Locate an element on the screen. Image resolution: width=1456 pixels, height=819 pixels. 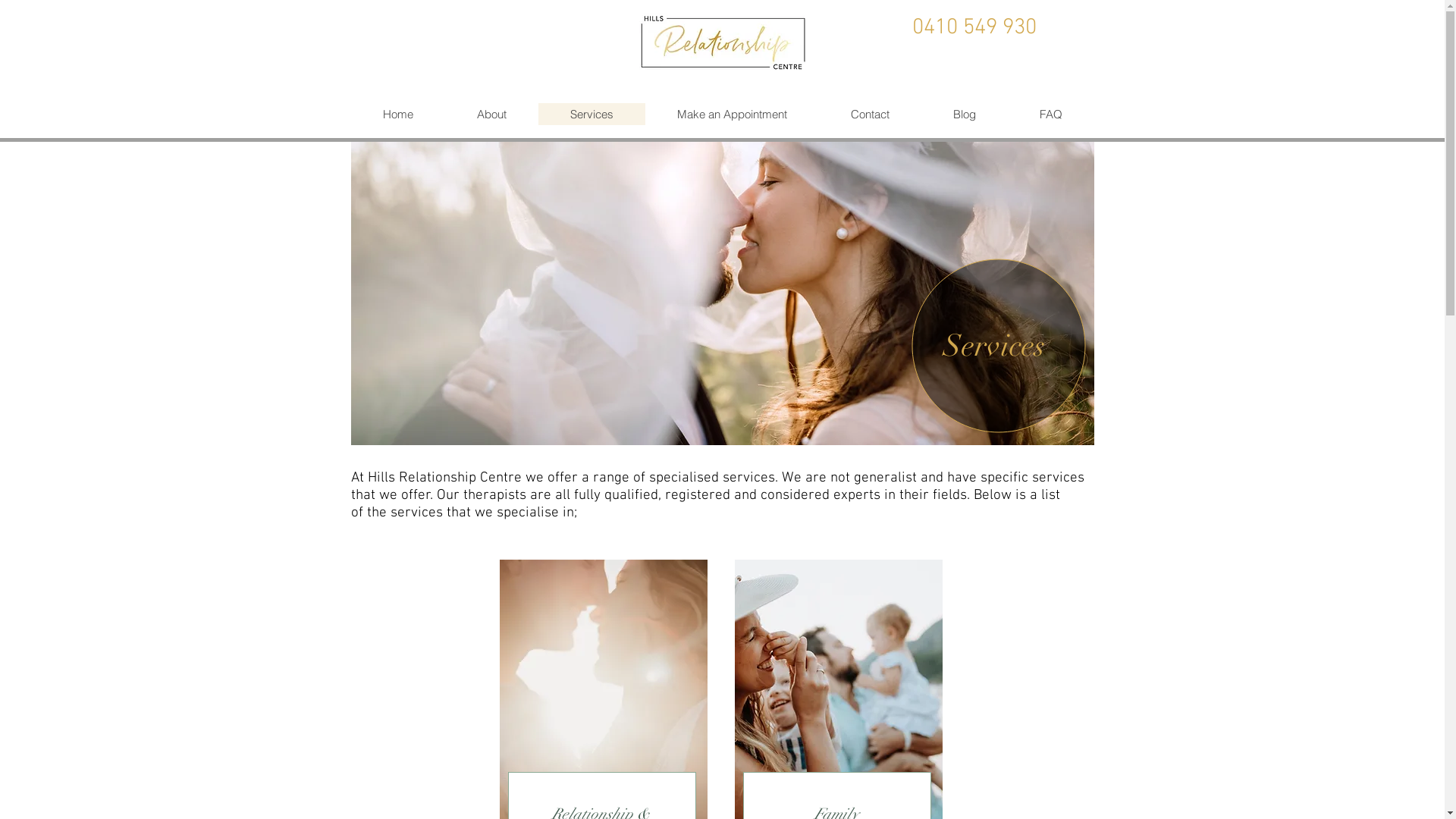
'Home' is located at coordinates (397, 113).